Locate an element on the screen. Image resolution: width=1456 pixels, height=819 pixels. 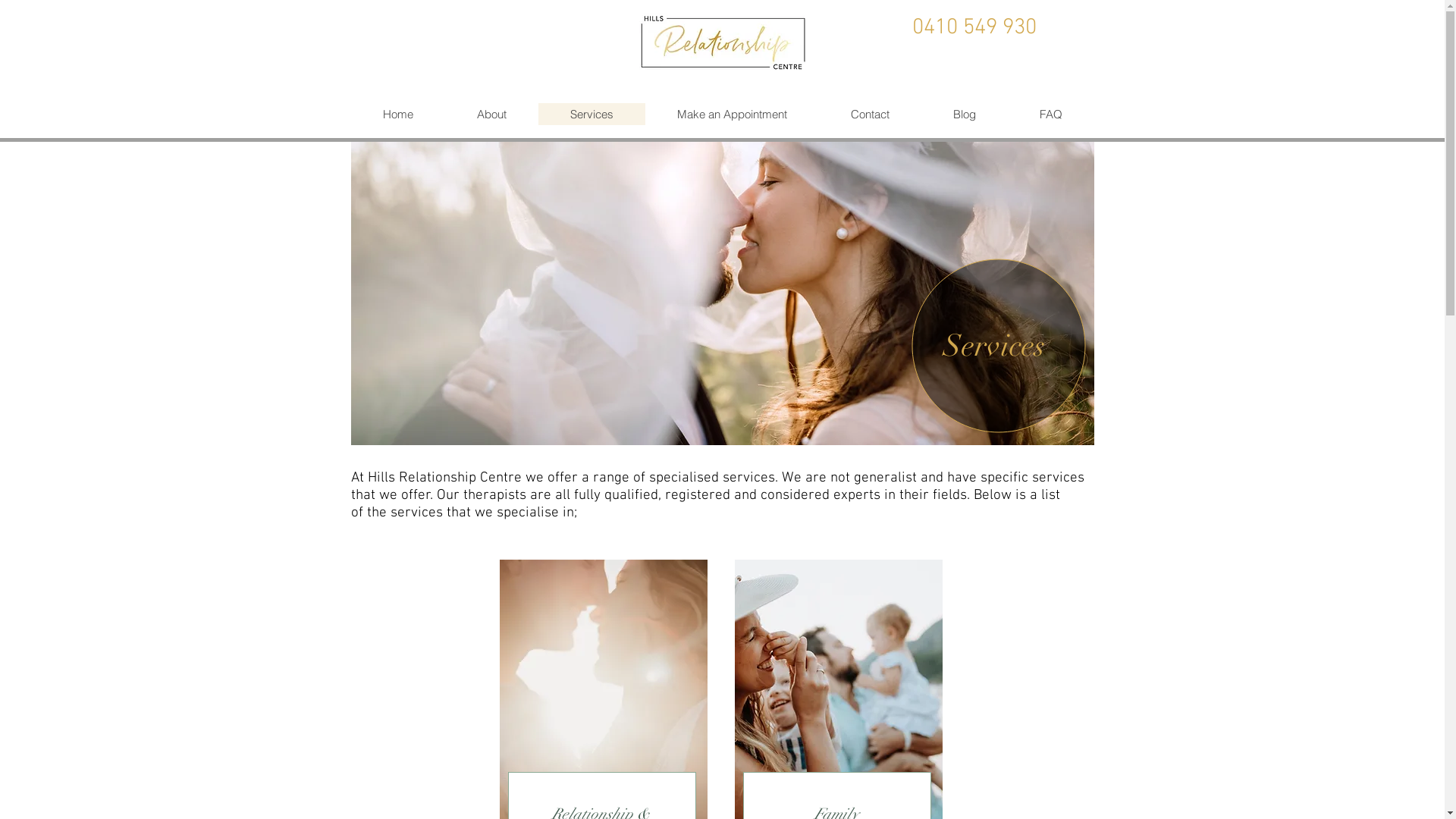
'Home' is located at coordinates (397, 113).